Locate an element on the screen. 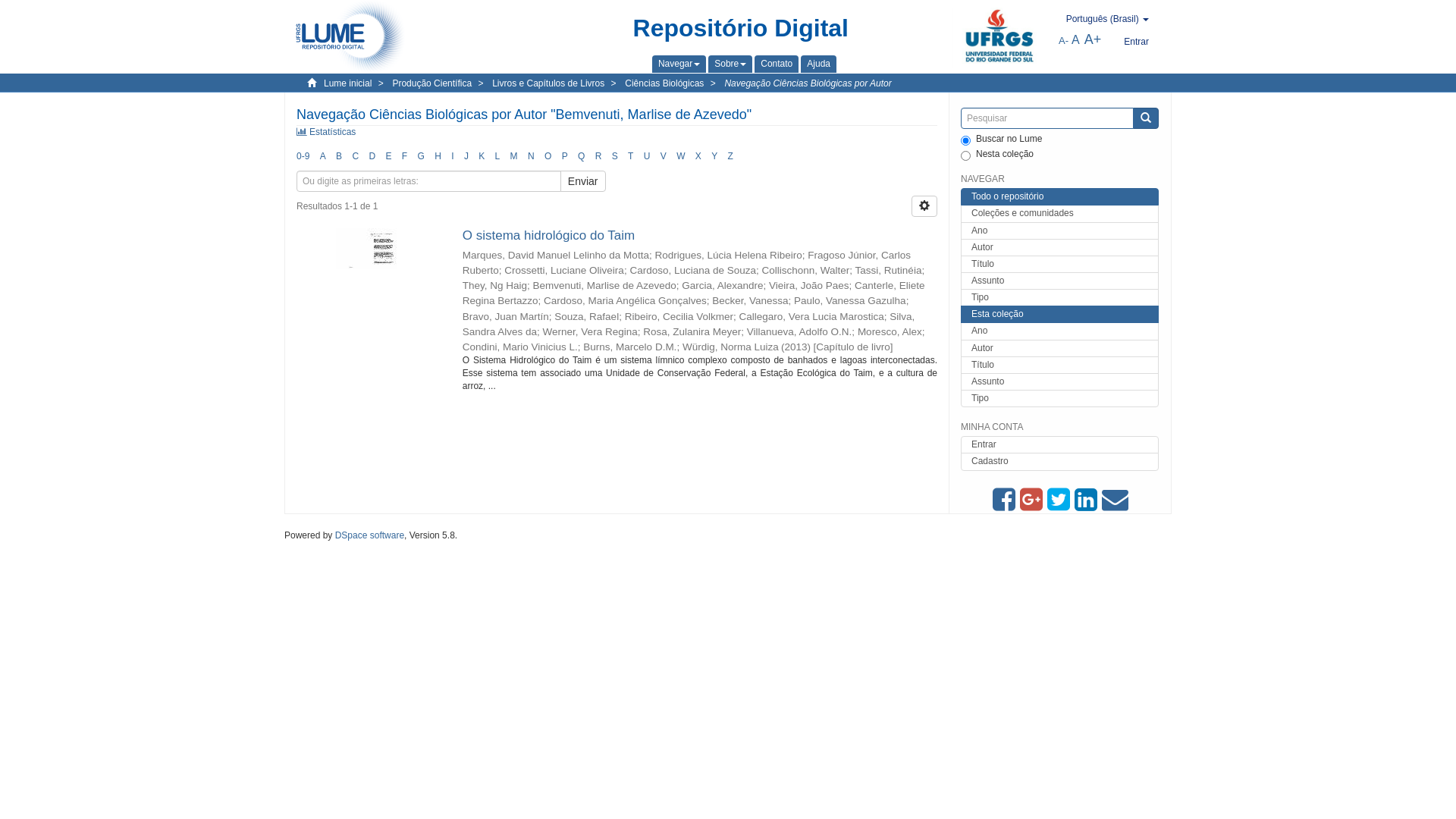 The height and width of the screenshot is (819, 1456). 'Ano' is located at coordinates (1059, 231).